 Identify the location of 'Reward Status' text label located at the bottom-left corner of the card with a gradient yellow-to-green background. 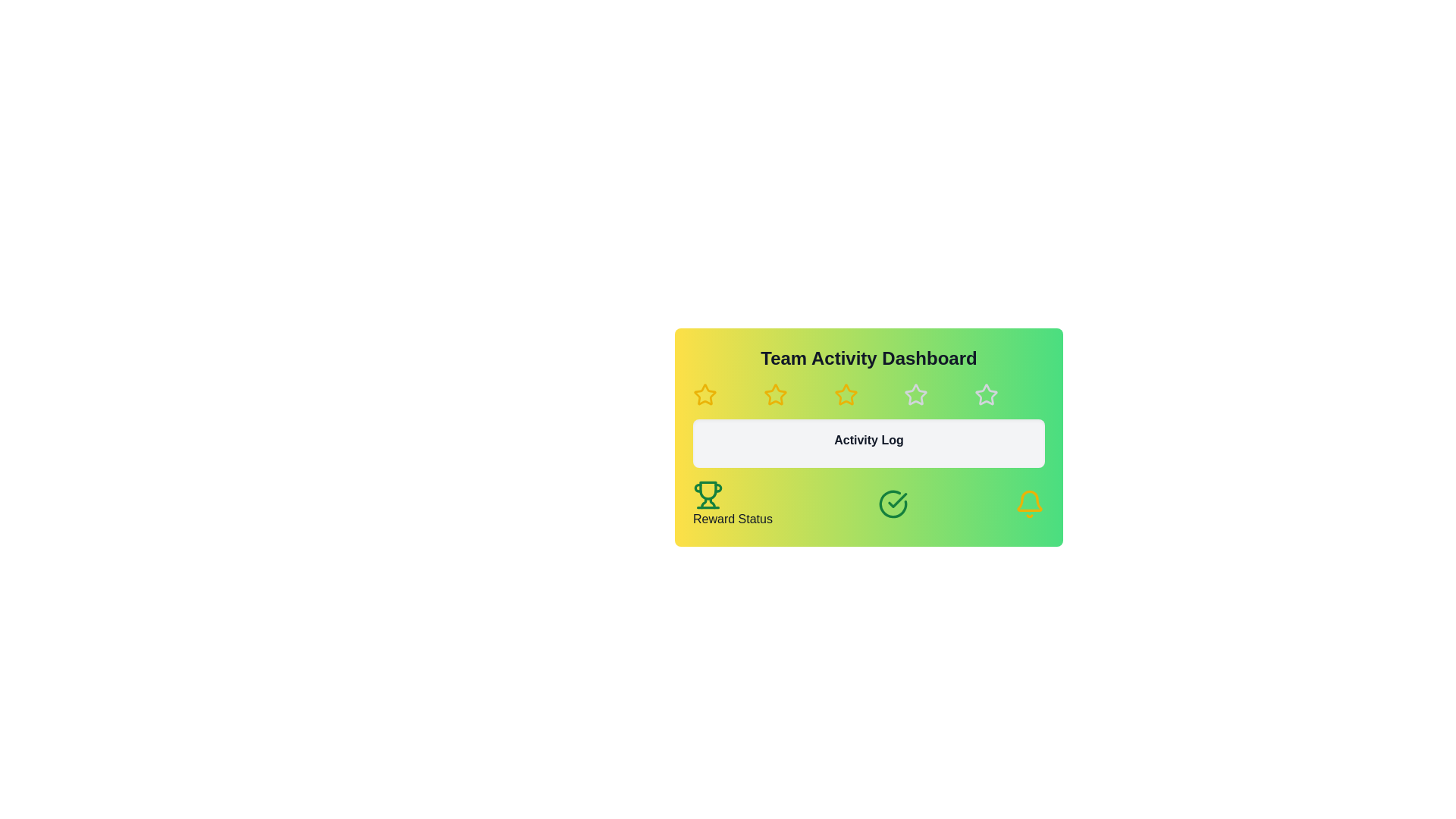
(733, 519).